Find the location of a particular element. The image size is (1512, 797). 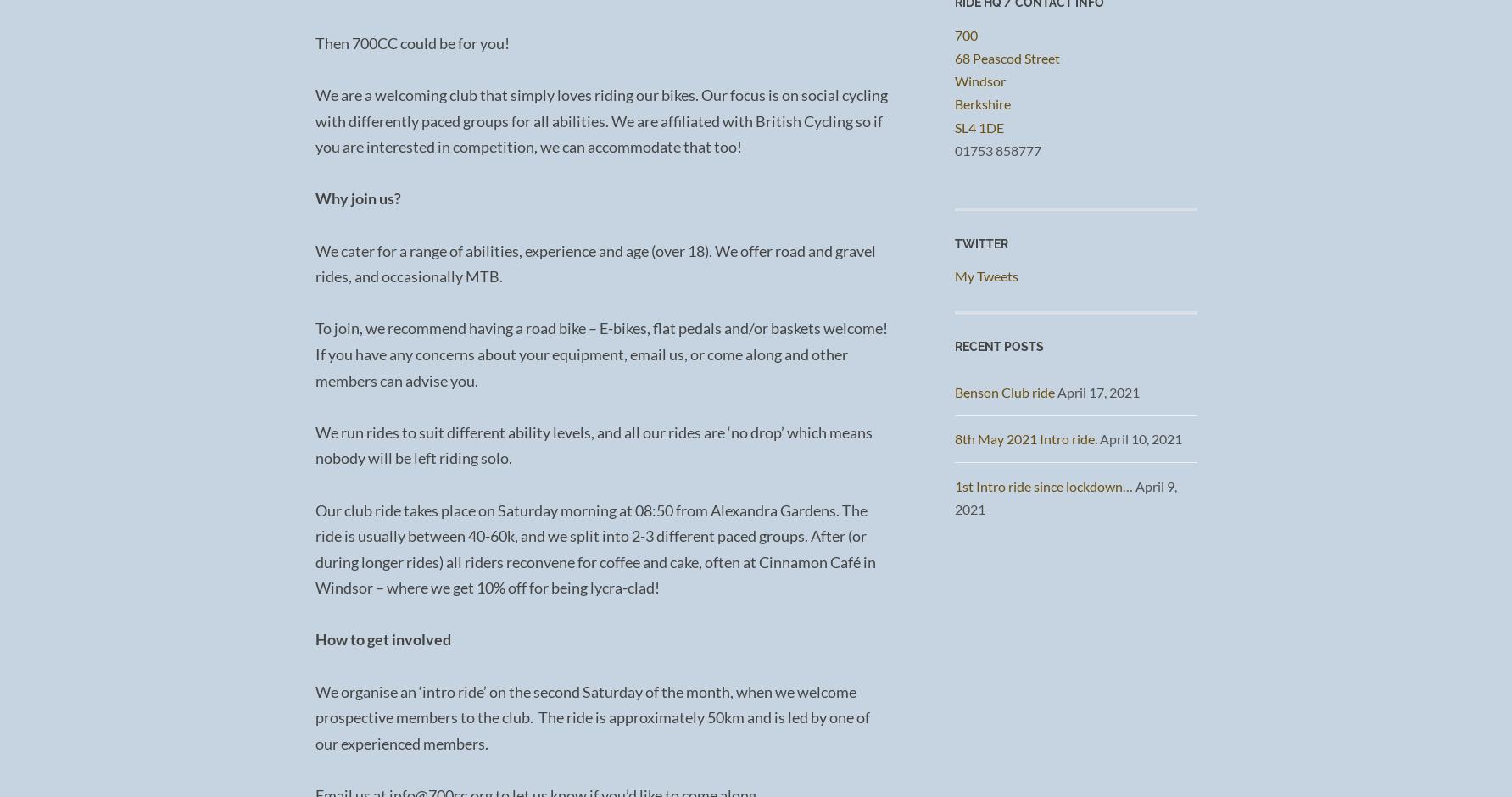

'1st Intro ride since lockdown…' is located at coordinates (1042, 485).